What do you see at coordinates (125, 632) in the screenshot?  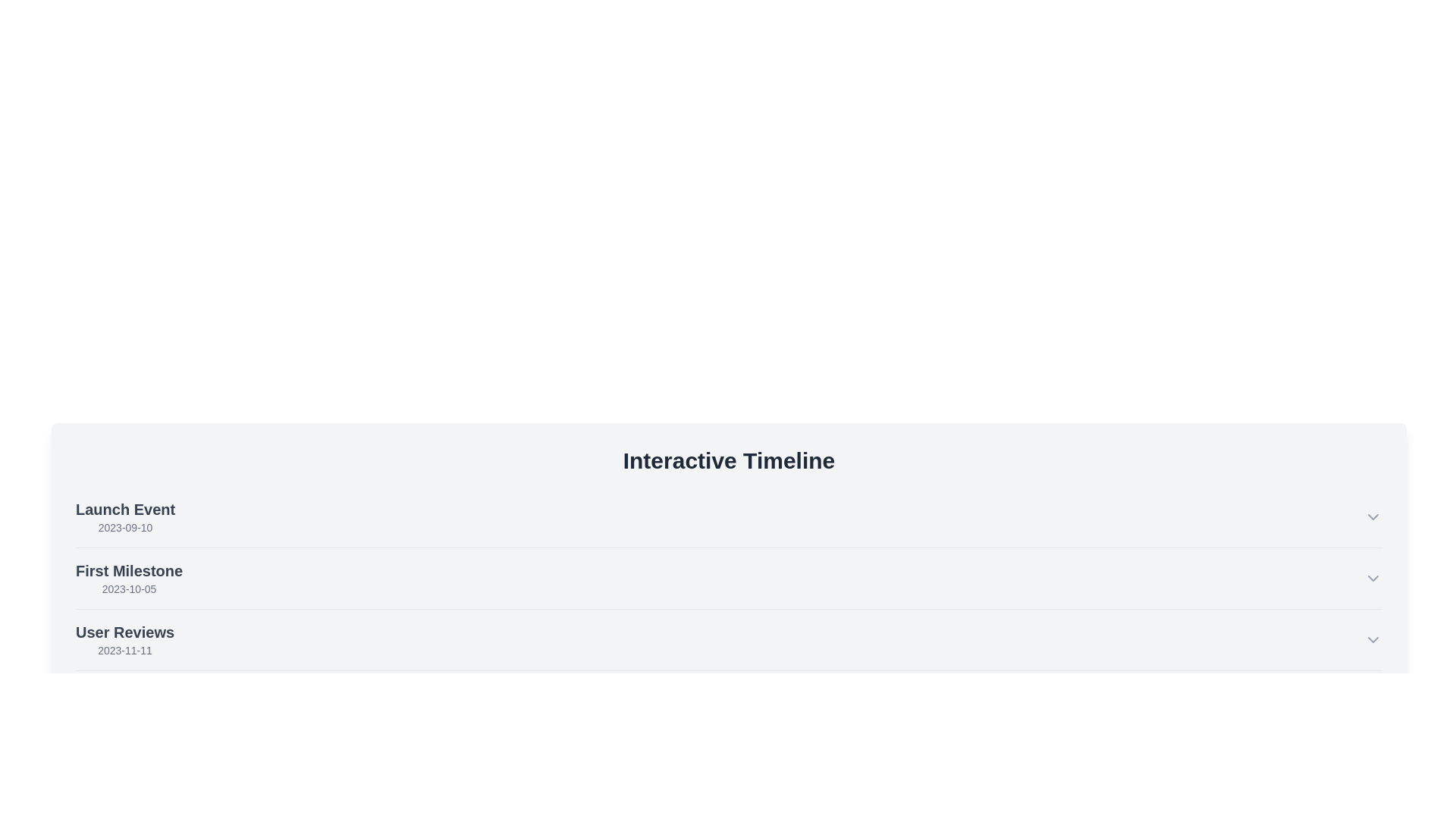 I see `the 'User Reviews' text label, which is a large, bold, dark gray label located in a vertically aligned list of events and dates` at bounding box center [125, 632].